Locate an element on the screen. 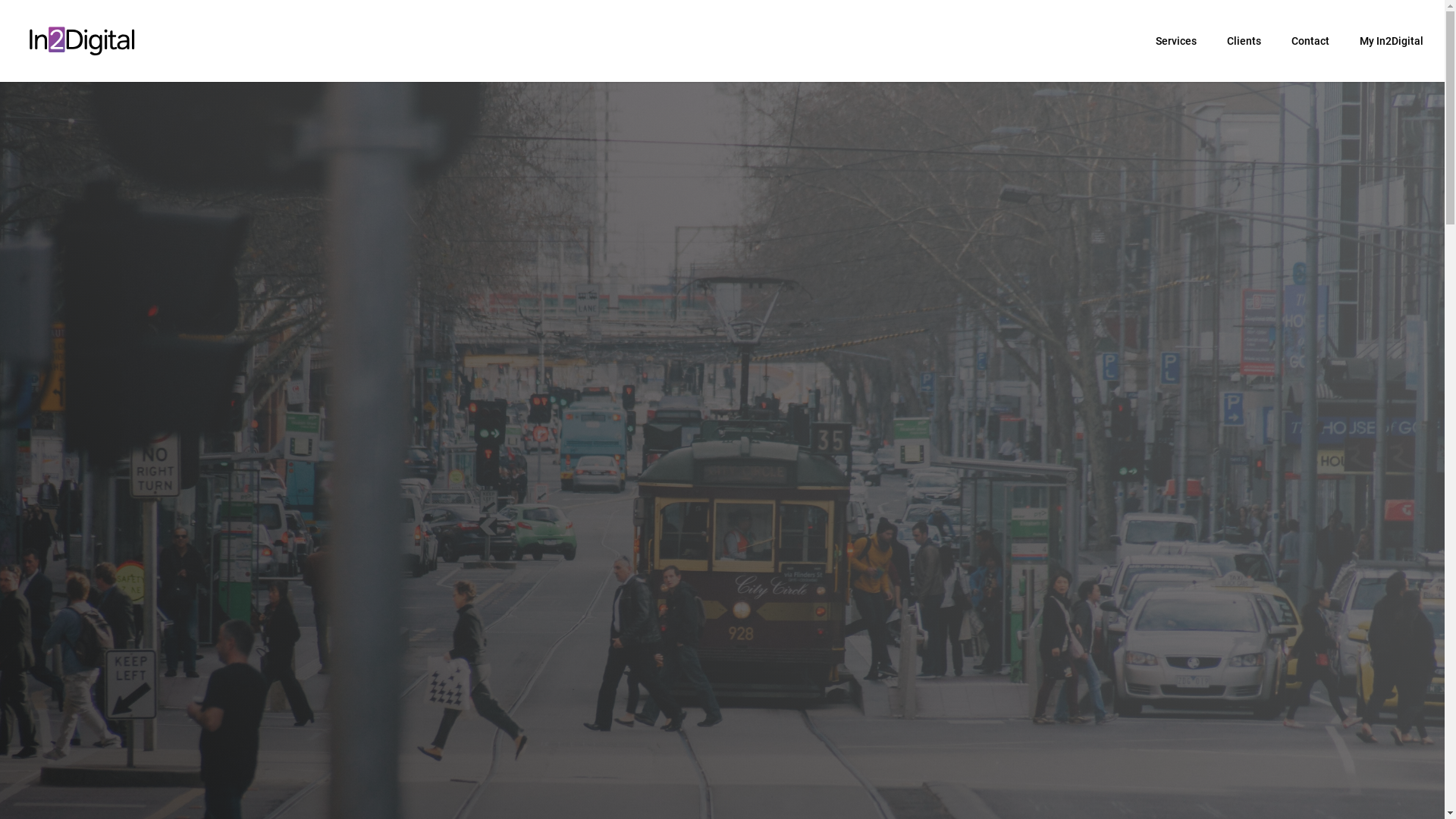 This screenshot has width=1456, height=819. 'Clients' is located at coordinates (1244, 40).